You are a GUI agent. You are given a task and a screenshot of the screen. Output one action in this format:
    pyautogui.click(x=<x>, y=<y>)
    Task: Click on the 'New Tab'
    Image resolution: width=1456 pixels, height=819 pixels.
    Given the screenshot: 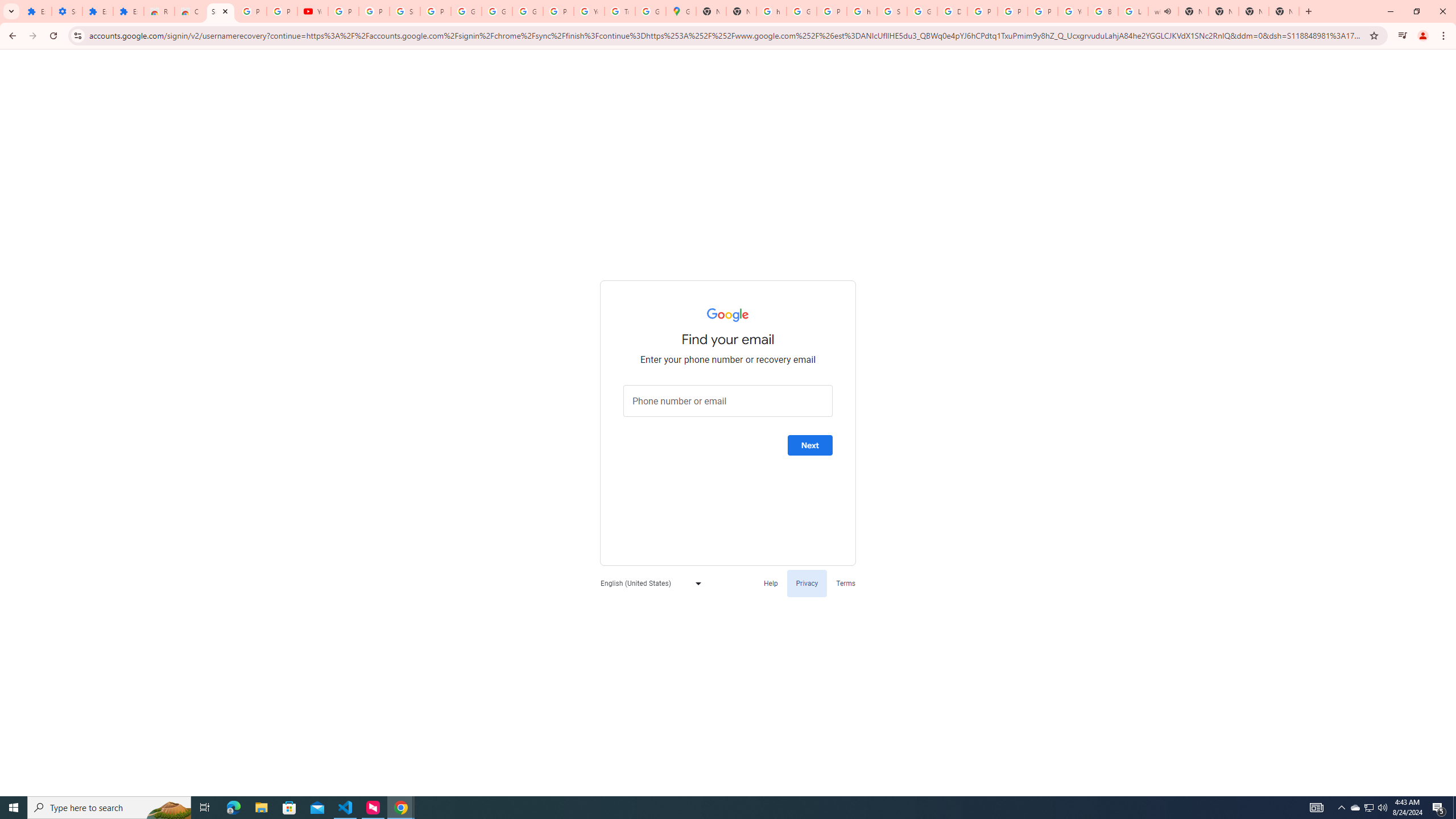 What is the action you would take?
    pyautogui.click(x=1254, y=11)
    